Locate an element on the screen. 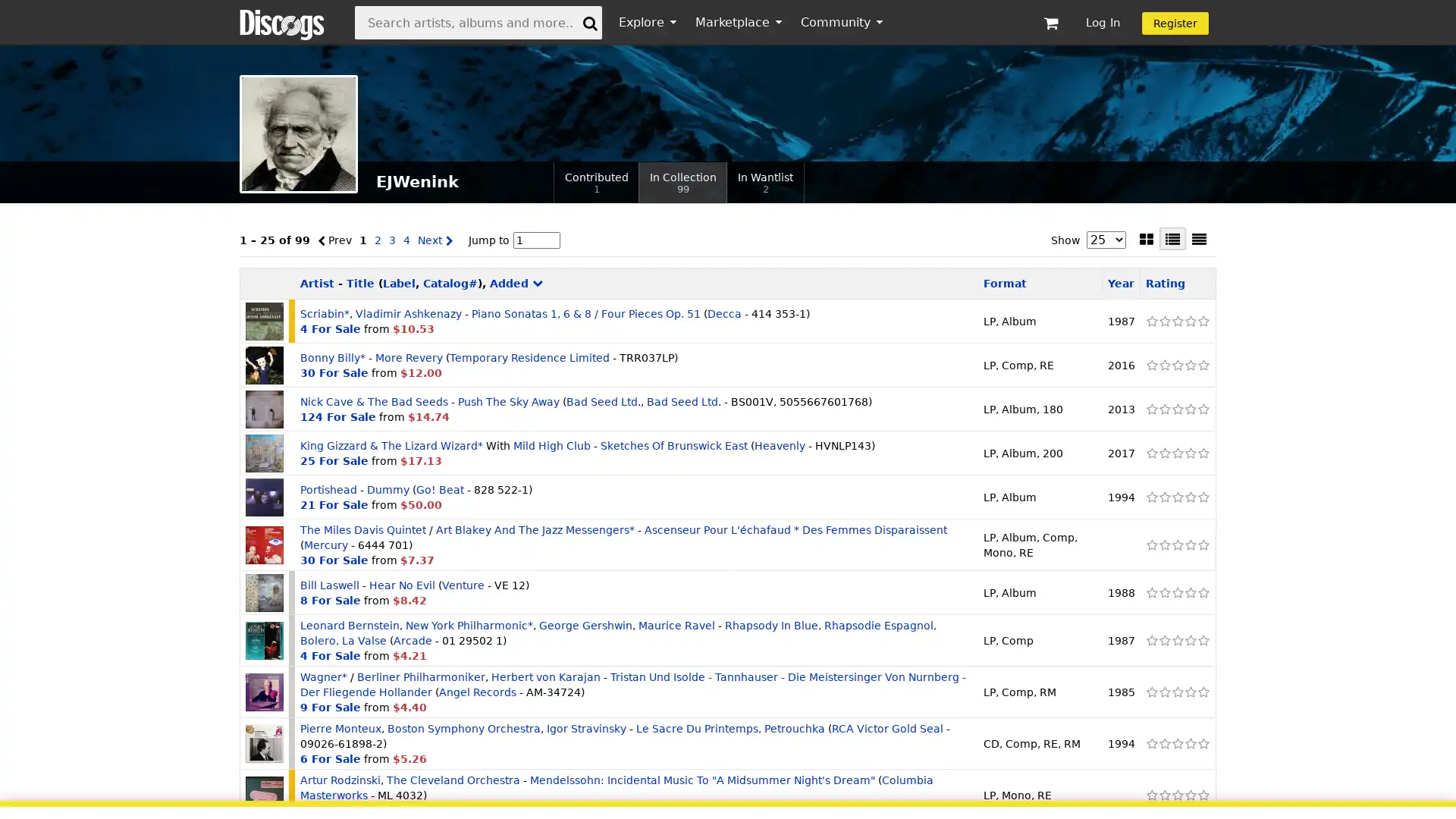 Image resolution: width=1456 pixels, height=819 pixels. Rate this release 2 stars. is located at coordinates (1163, 640).